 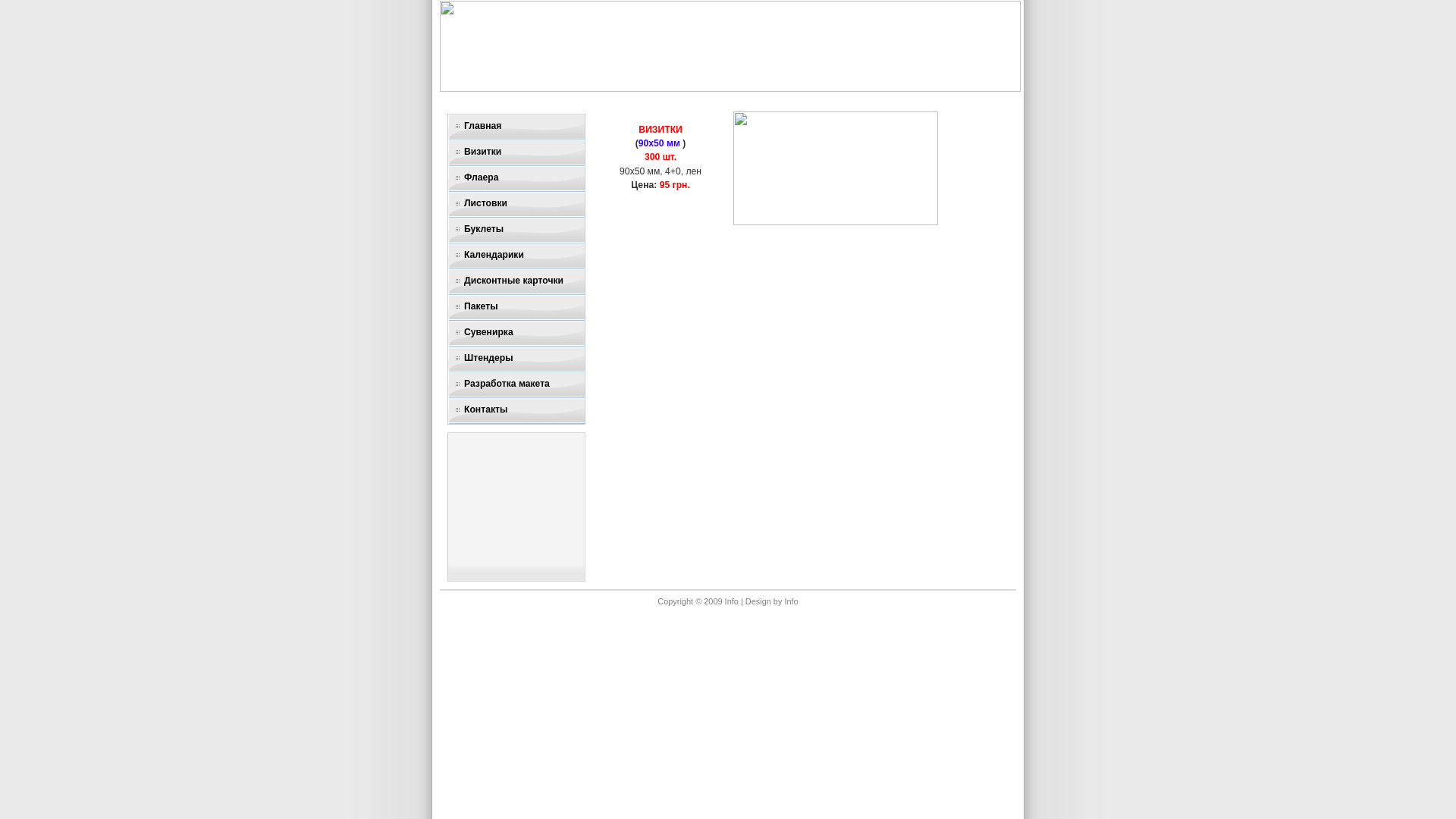 I want to click on 'Info', so click(x=789, y=601).